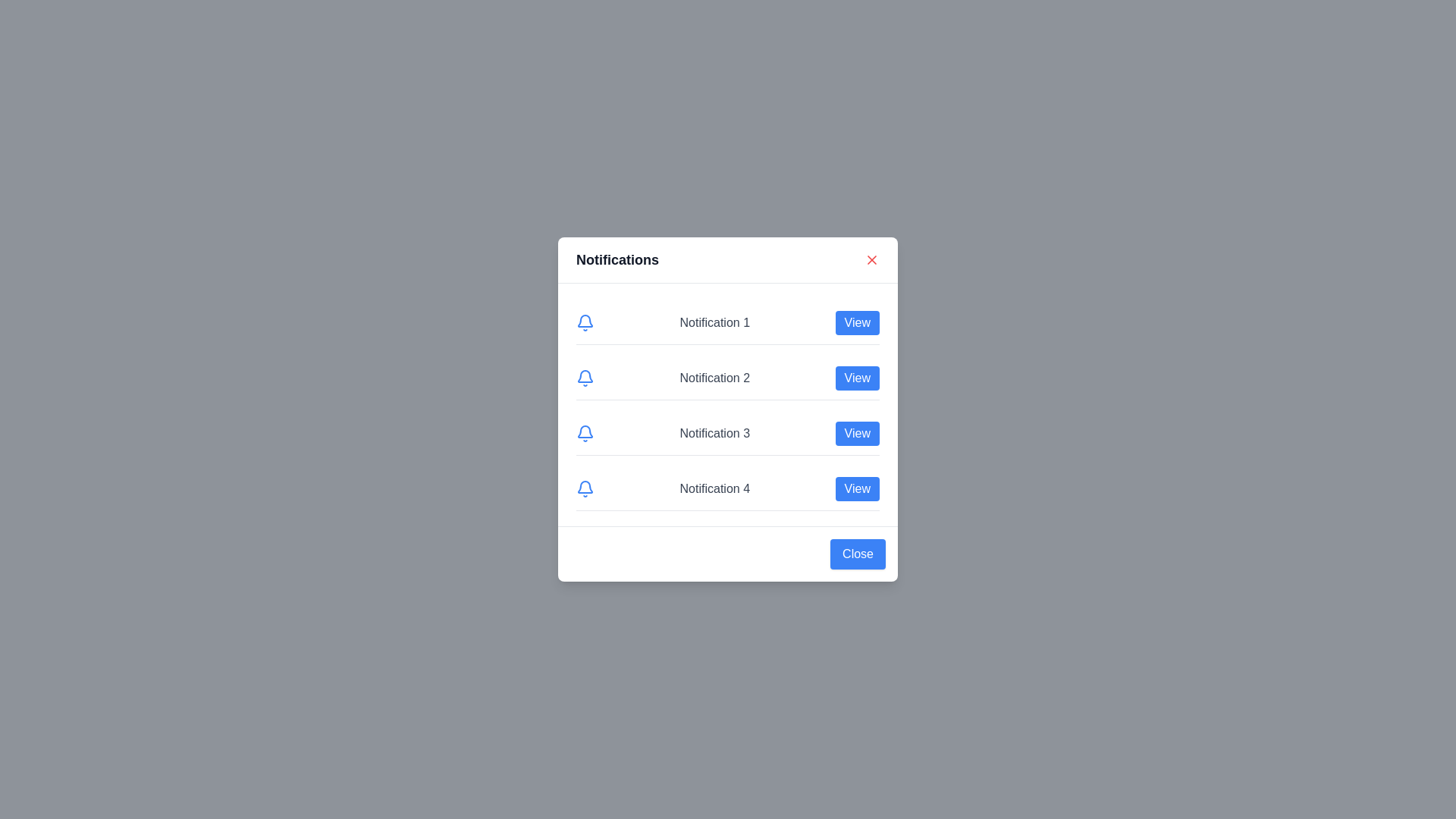  I want to click on 'View' button corresponding to the notification number 4, so click(856, 488).